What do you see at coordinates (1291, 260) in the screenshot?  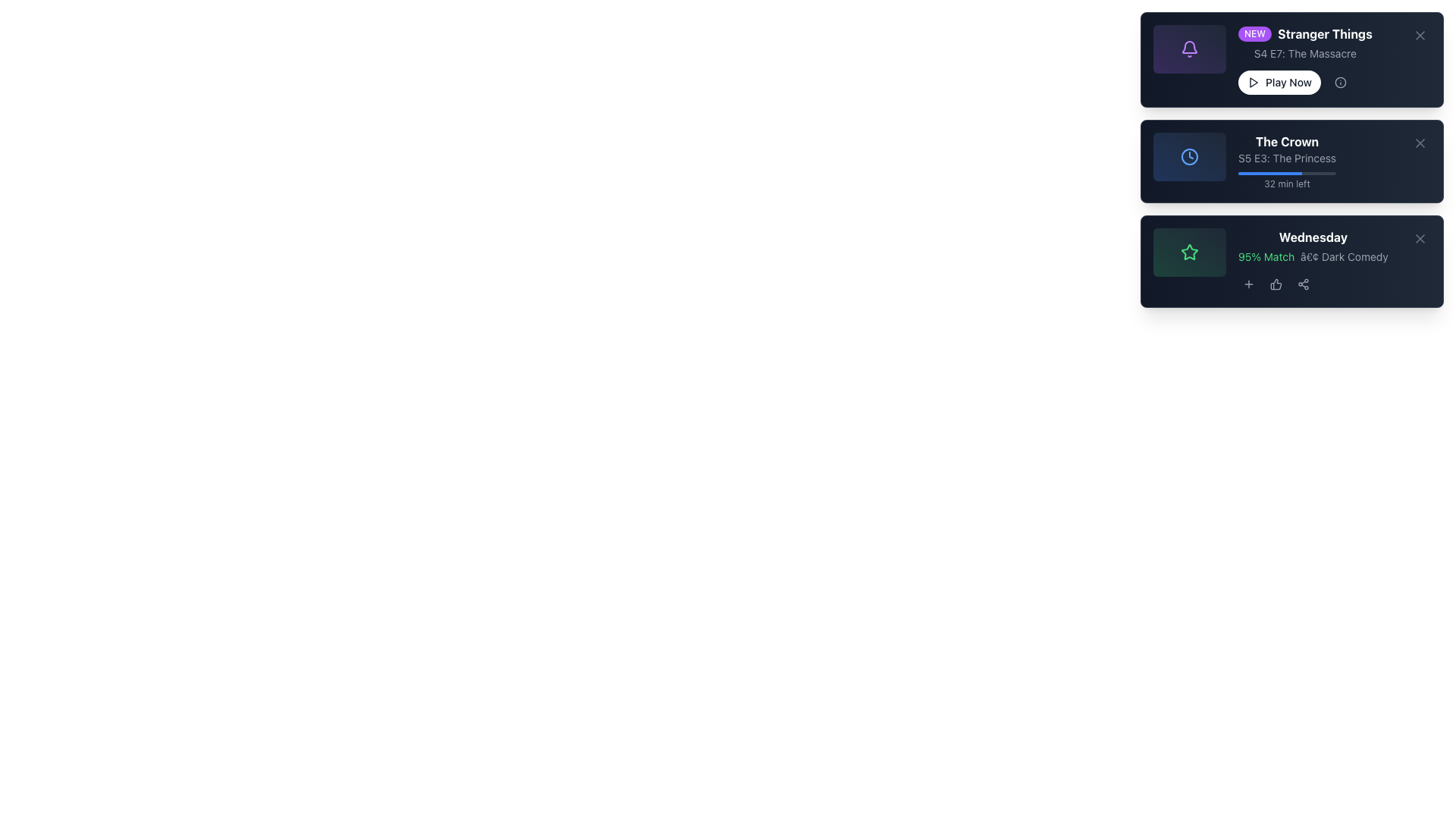 I see `the genre or match percentage text of the Card titled 'Wednesday', which is the last card in the vertical stack of similar cards` at bounding box center [1291, 260].